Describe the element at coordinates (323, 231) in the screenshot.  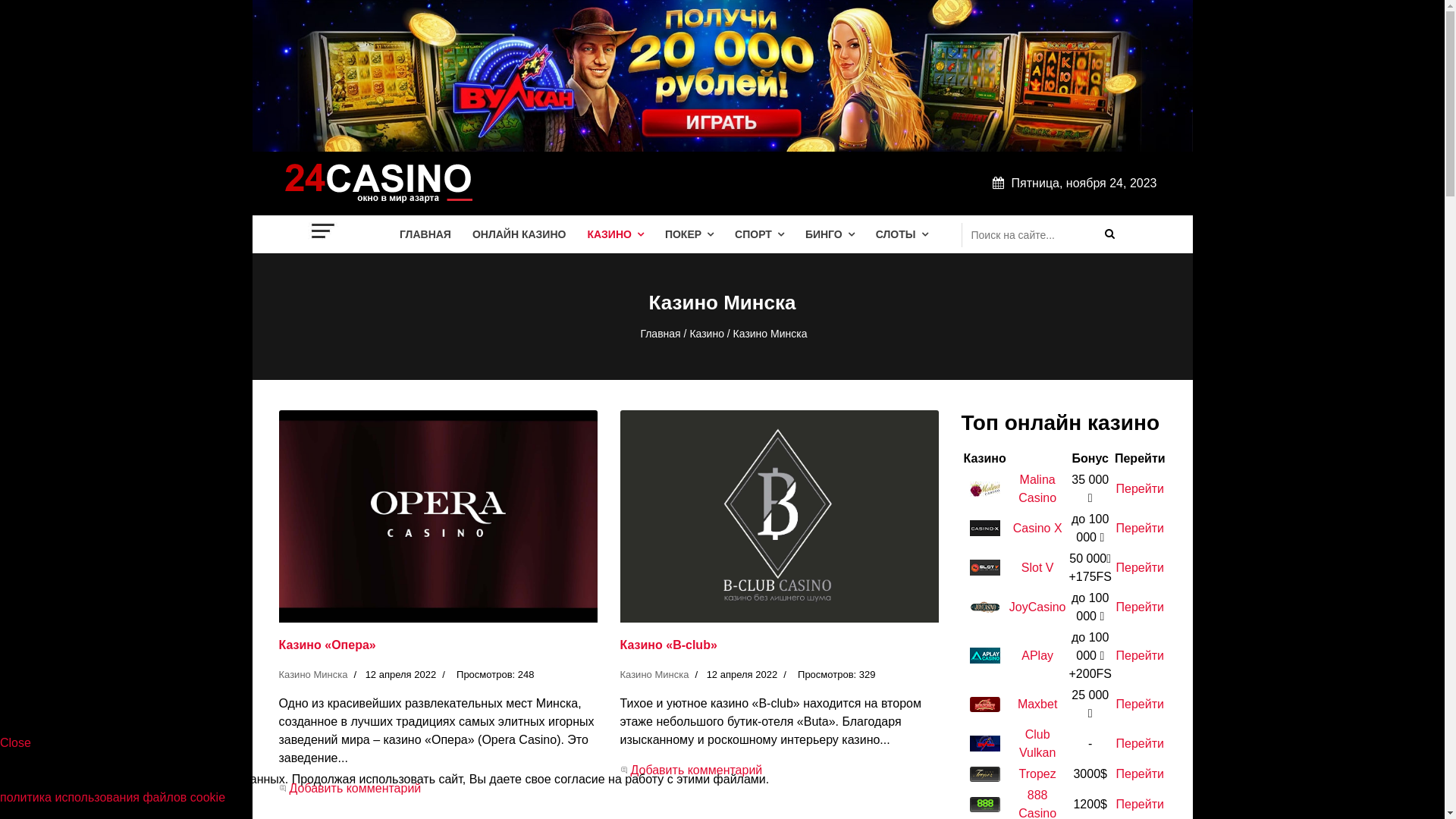
I see `'Navigation'` at that location.